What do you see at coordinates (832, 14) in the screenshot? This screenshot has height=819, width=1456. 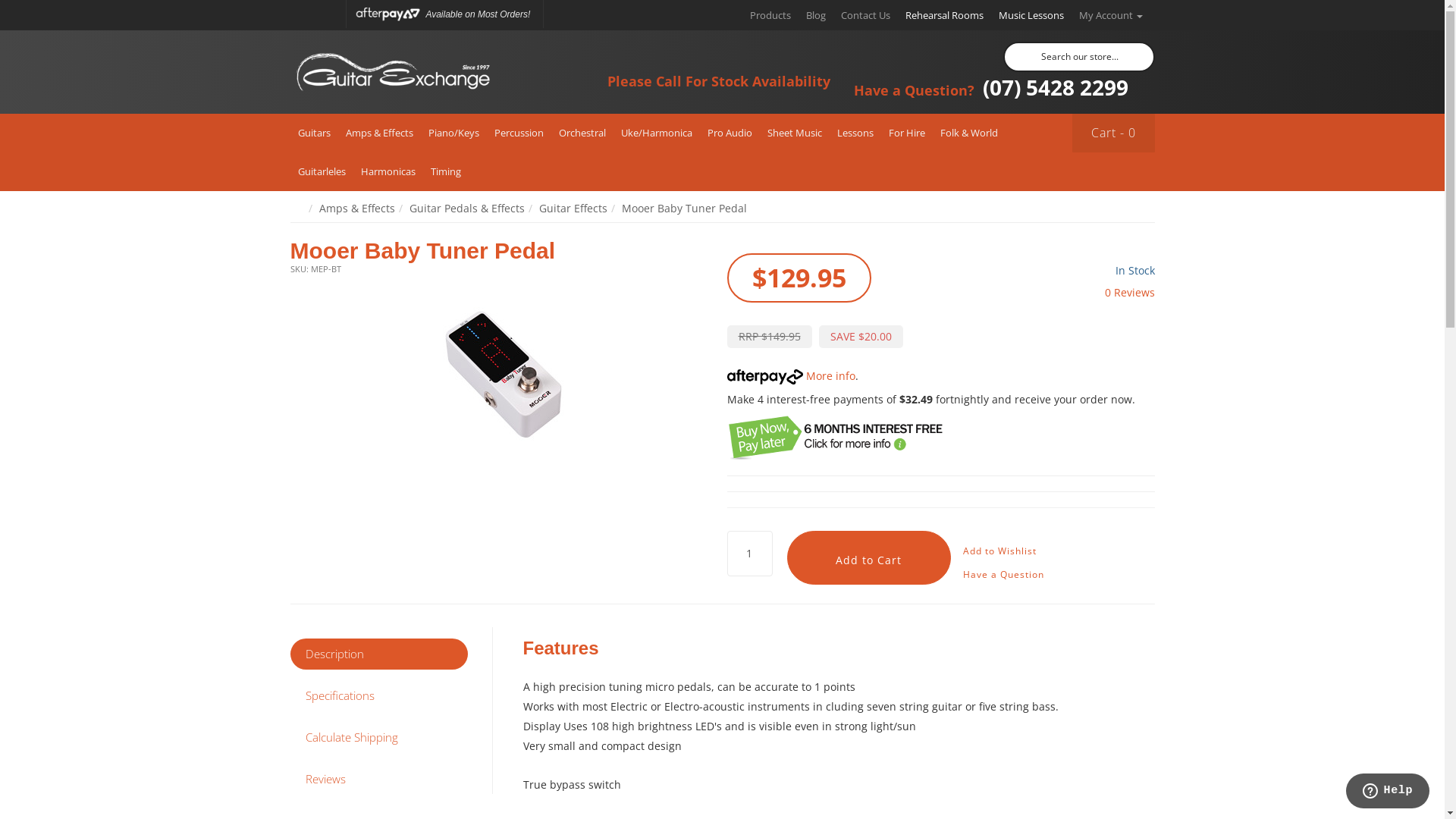 I see `'Contact Us'` at bounding box center [832, 14].